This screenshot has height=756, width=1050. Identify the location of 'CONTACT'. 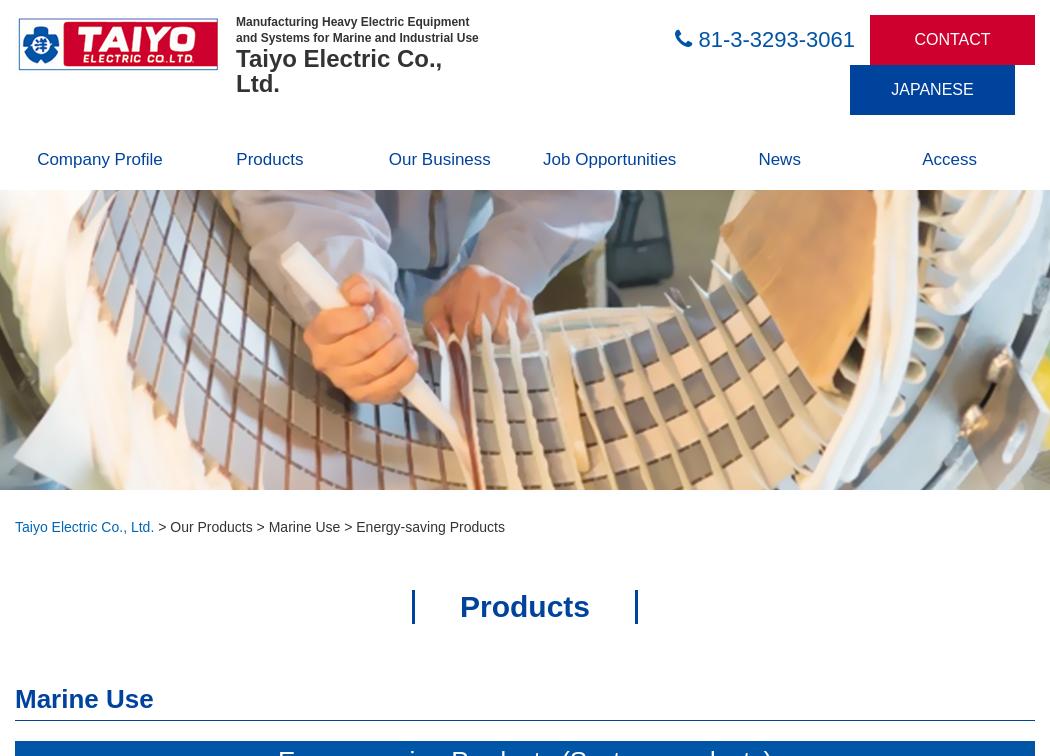
(951, 39).